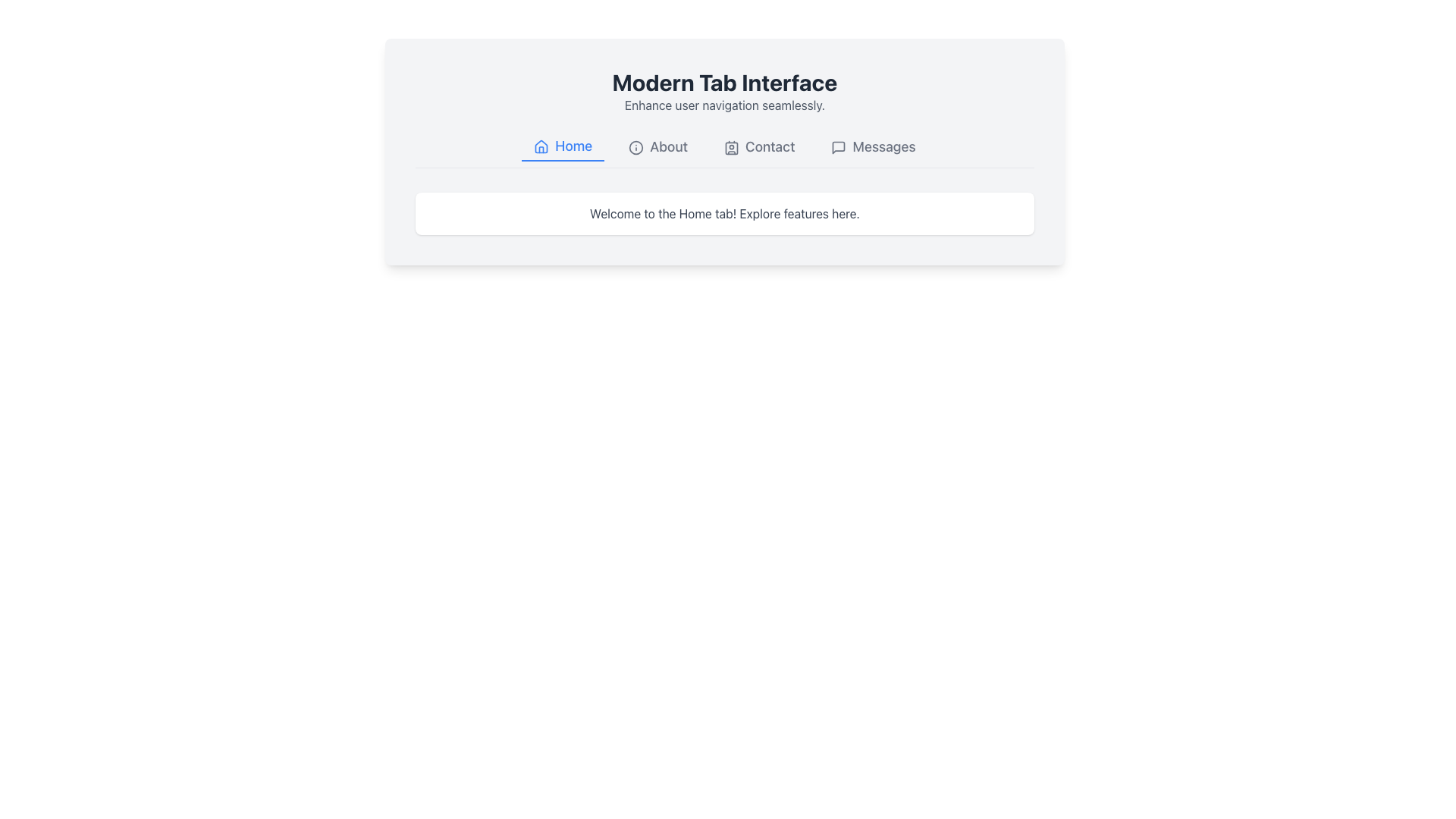 The height and width of the screenshot is (819, 1456). I want to click on the sleek, minimalistic gray speech bubble-shaped icon located immediately to the left of the 'Messages' text in the navigation bar, so click(838, 148).